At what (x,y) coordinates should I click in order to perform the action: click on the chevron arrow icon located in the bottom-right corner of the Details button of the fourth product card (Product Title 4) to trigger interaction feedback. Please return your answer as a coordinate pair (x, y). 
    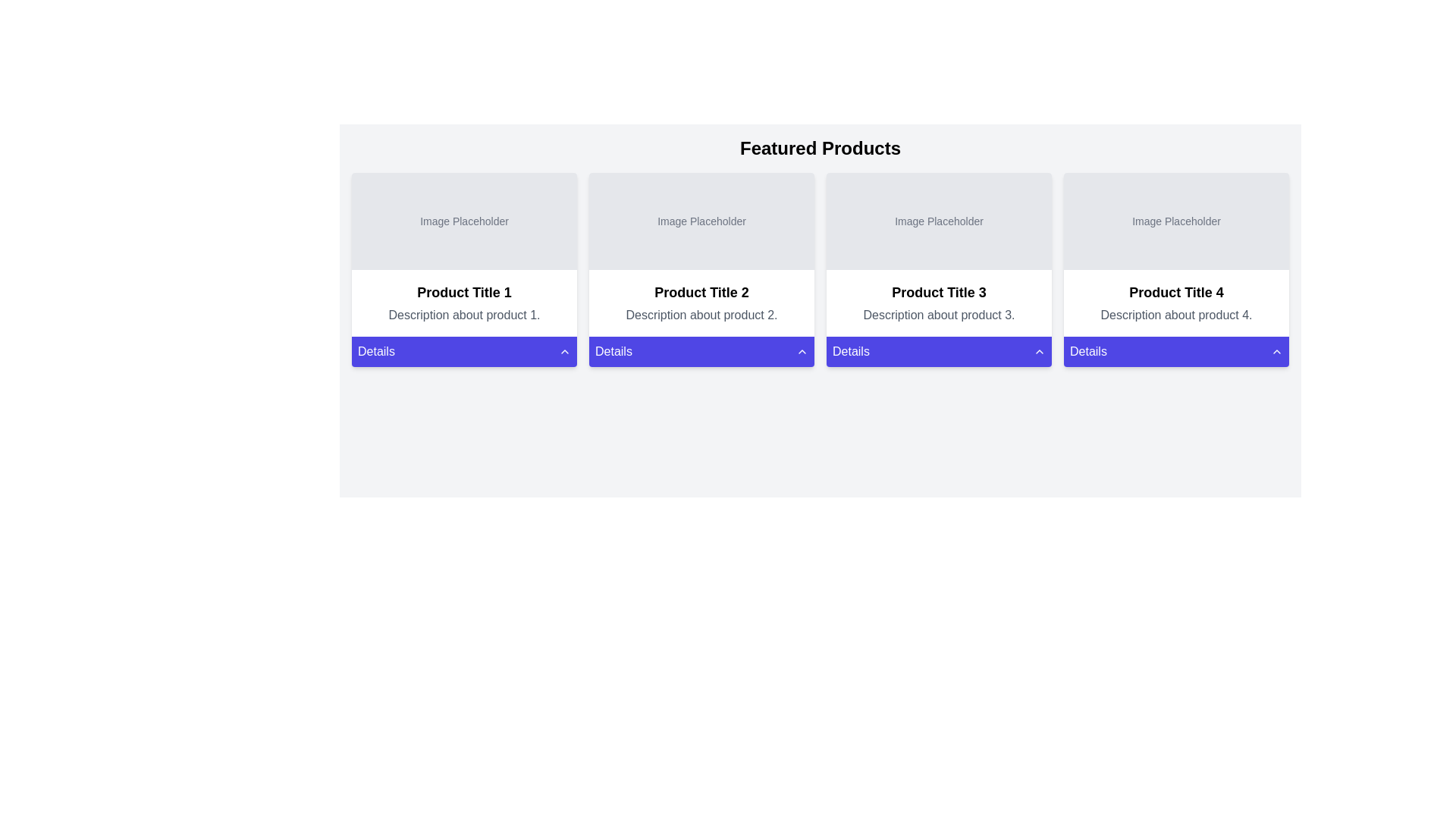
    Looking at the image, I should click on (1276, 351).